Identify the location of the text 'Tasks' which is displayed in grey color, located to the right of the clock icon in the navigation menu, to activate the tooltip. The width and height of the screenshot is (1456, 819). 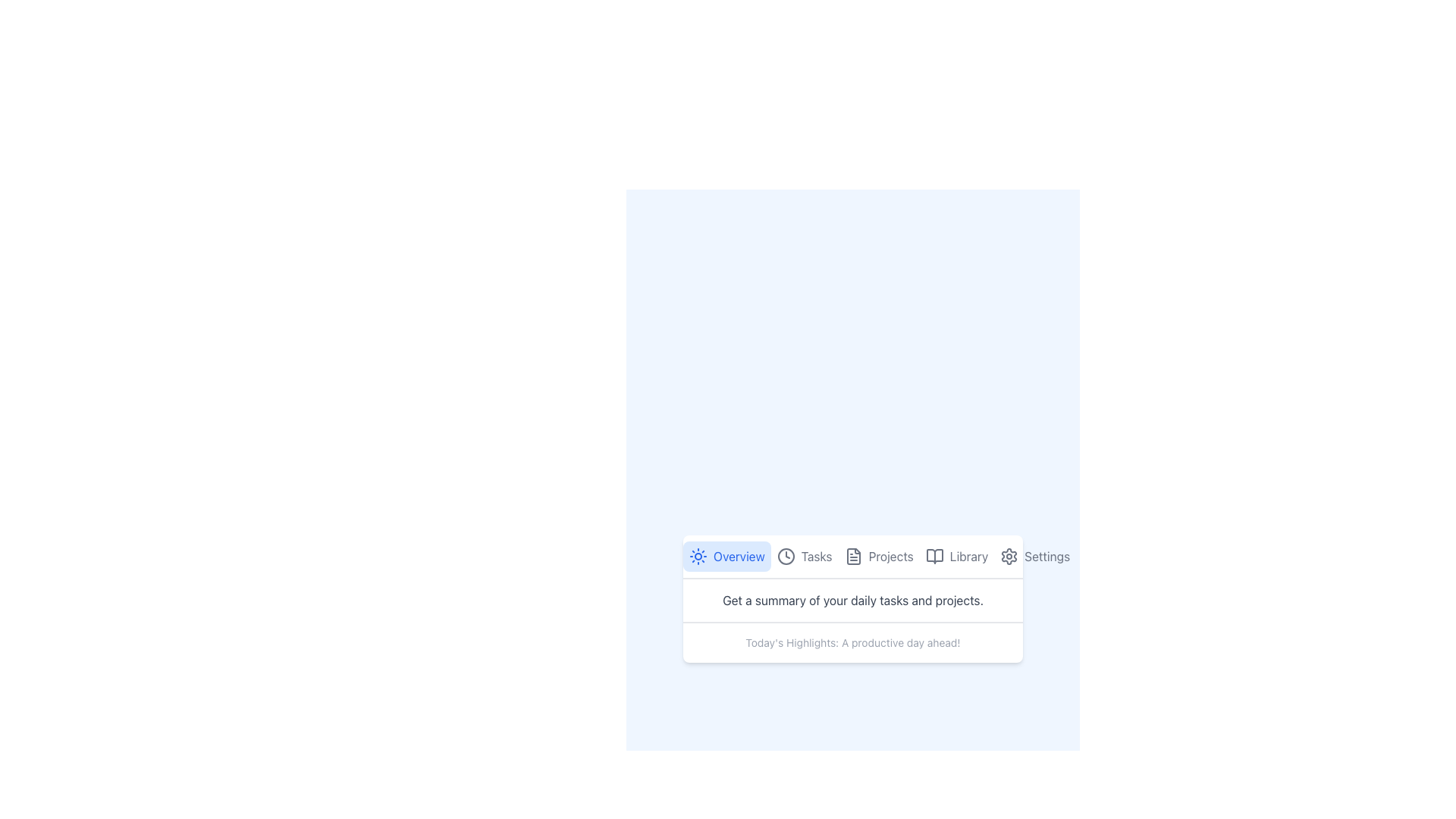
(816, 556).